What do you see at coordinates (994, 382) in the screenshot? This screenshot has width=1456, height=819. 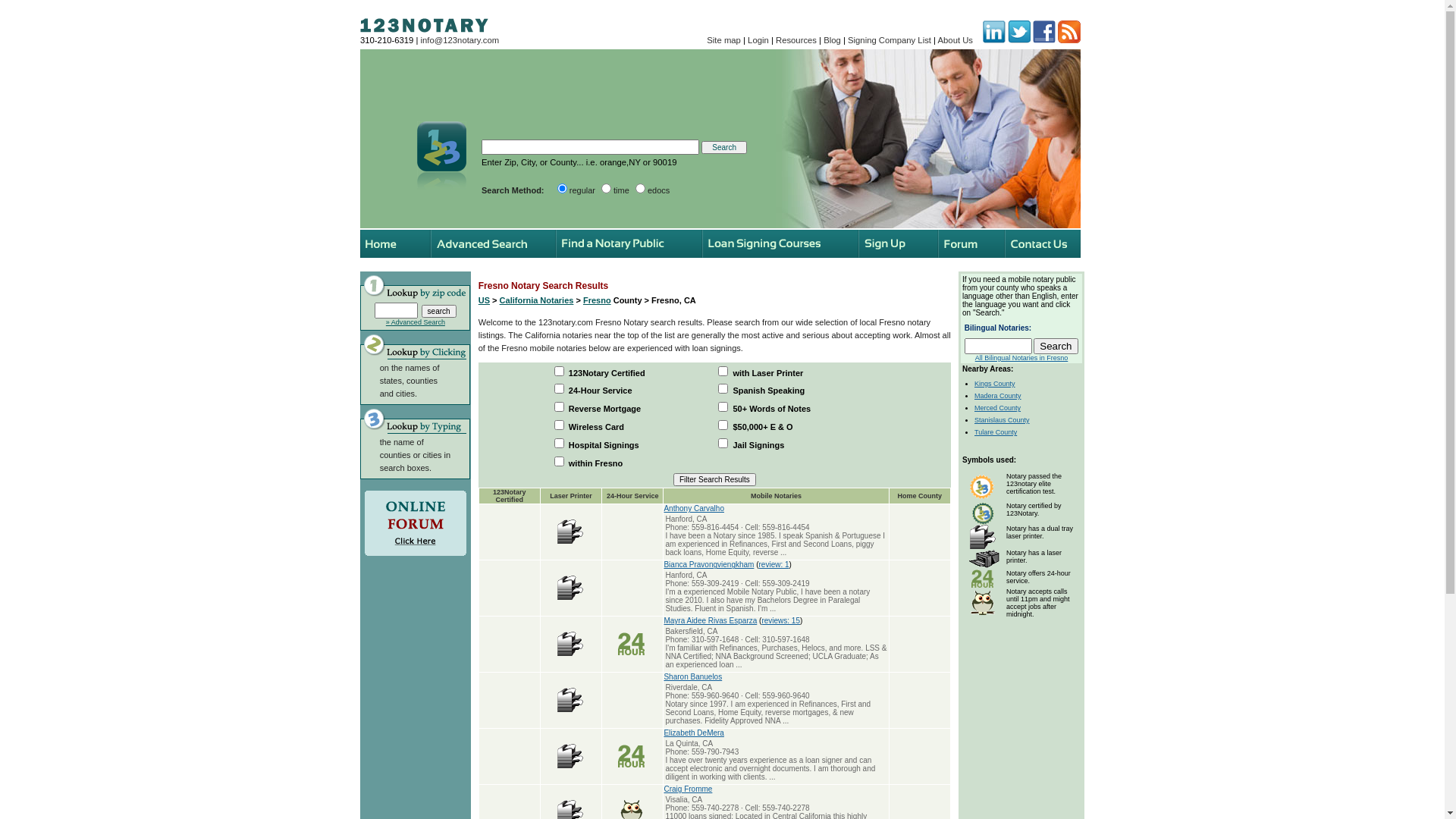 I see `'Kings County'` at bounding box center [994, 382].